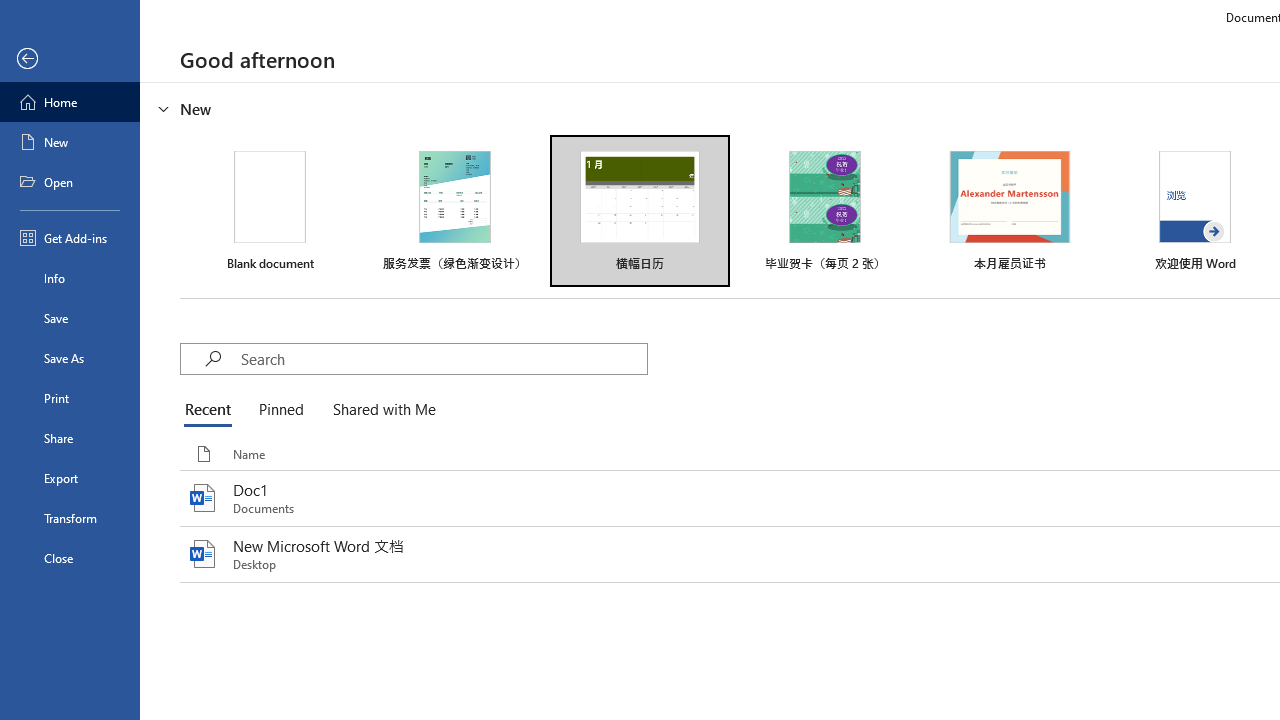 This screenshot has width=1280, height=720. Describe the element at coordinates (69, 277) in the screenshot. I see `'Info'` at that location.